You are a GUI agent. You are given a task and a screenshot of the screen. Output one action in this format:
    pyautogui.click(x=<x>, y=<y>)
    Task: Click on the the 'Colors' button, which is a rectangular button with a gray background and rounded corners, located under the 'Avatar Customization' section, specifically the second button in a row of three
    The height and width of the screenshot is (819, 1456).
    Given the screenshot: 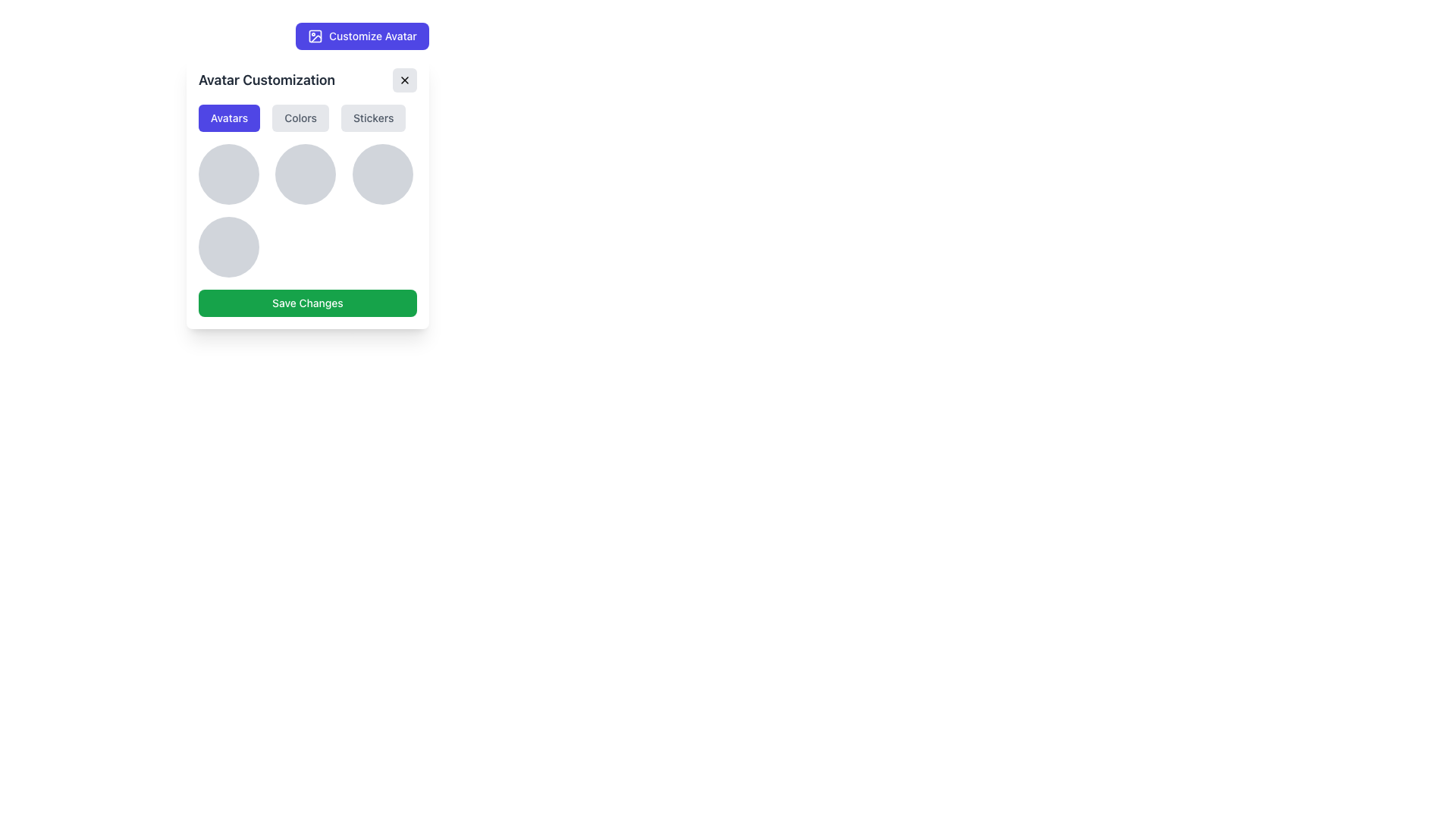 What is the action you would take?
    pyautogui.click(x=300, y=117)
    